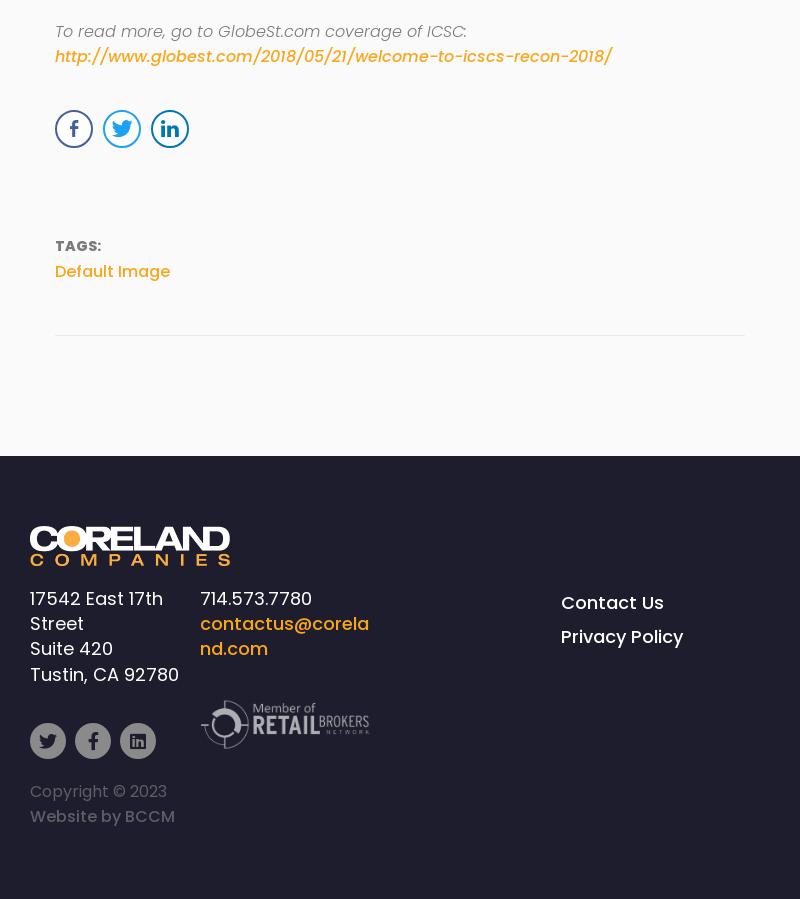  Describe the element at coordinates (96, 609) in the screenshot. I see `'17542 East 17th Street'` at that location.